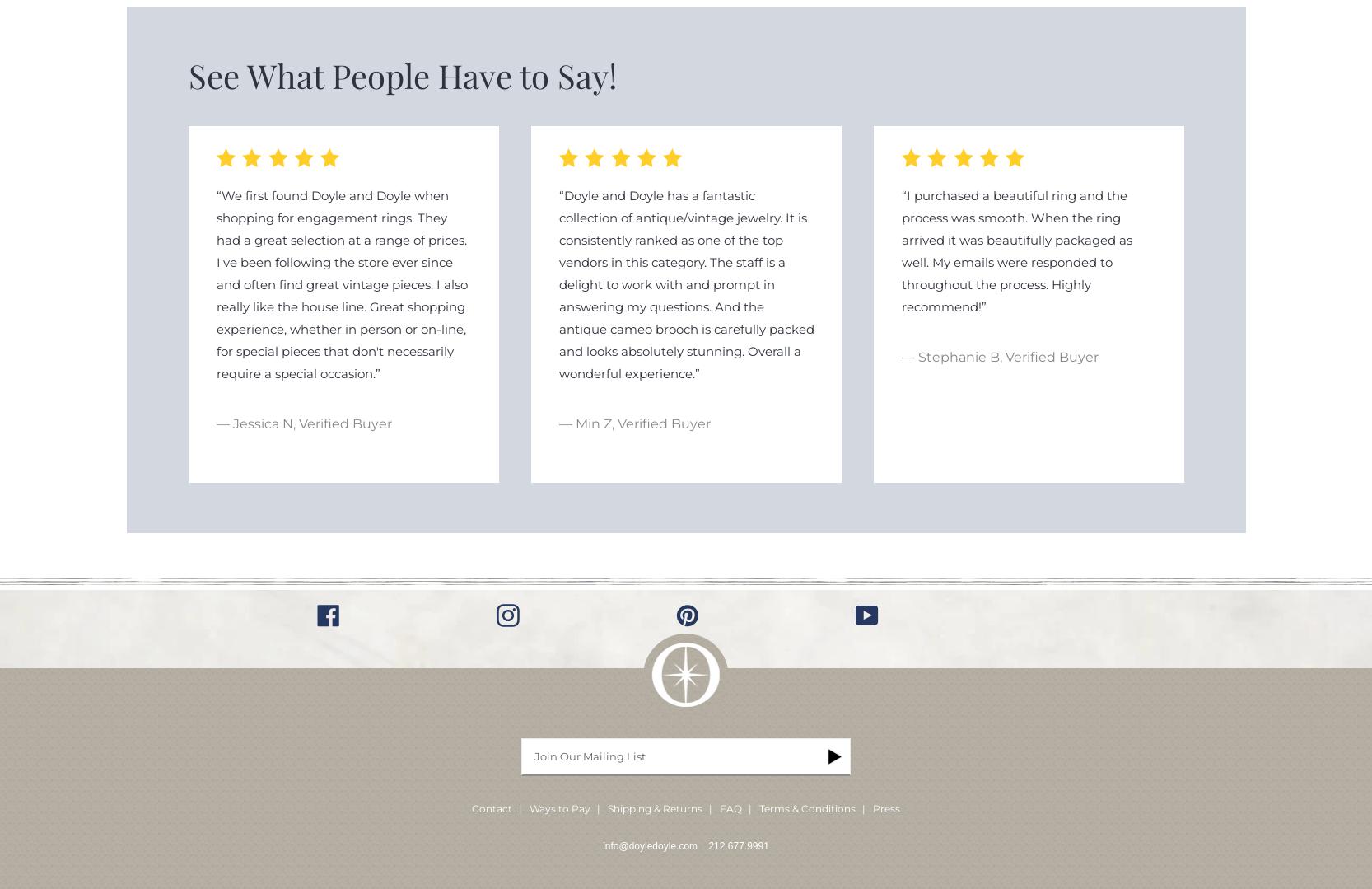 This screenshot has height=889, width=1372. I want to click on 'Contact', so click(470, 807).